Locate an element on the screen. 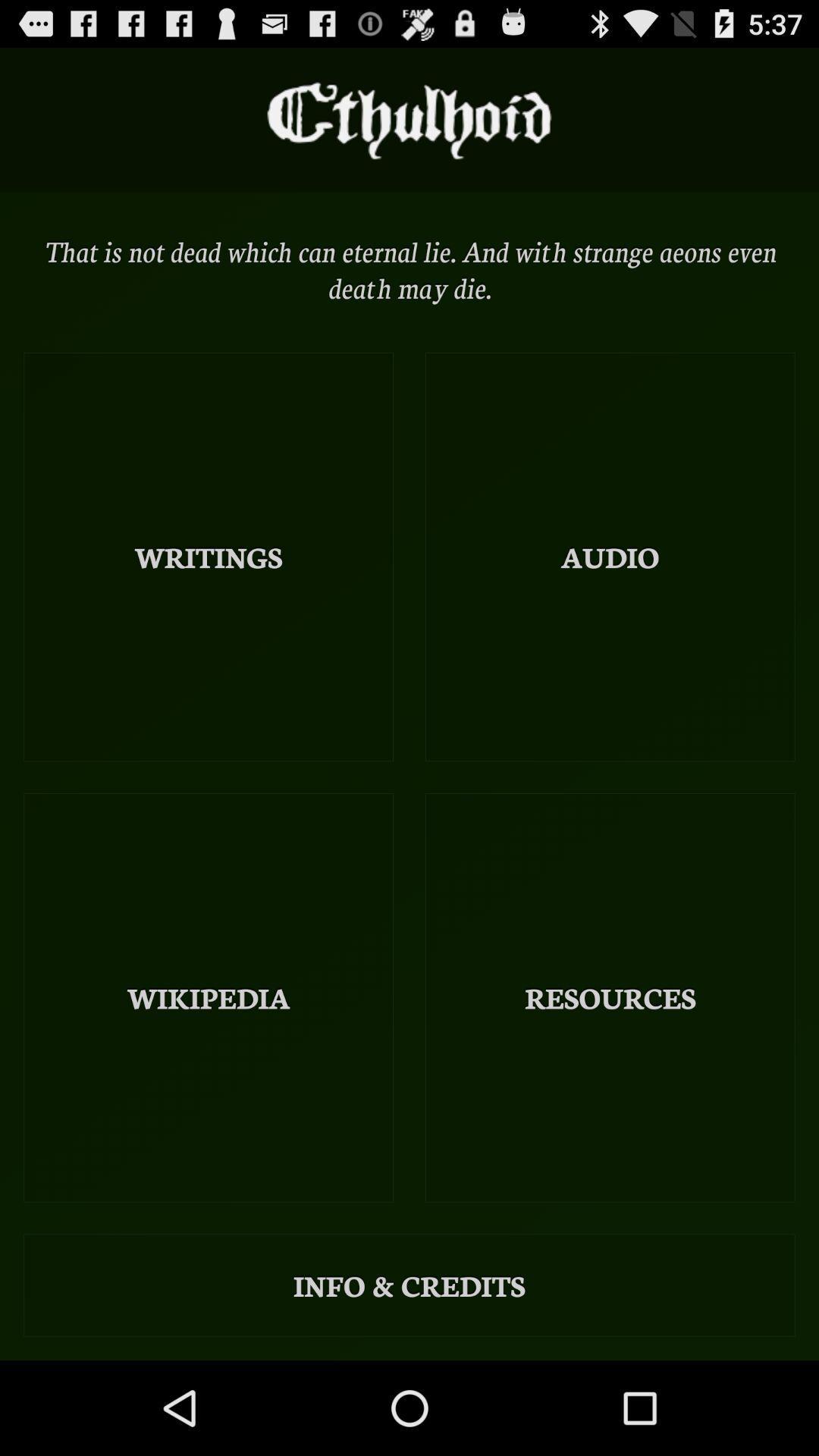 The height and width of the screenshot is (1456, 819). item at the bottom right corner is located at coordinates (609, 997).